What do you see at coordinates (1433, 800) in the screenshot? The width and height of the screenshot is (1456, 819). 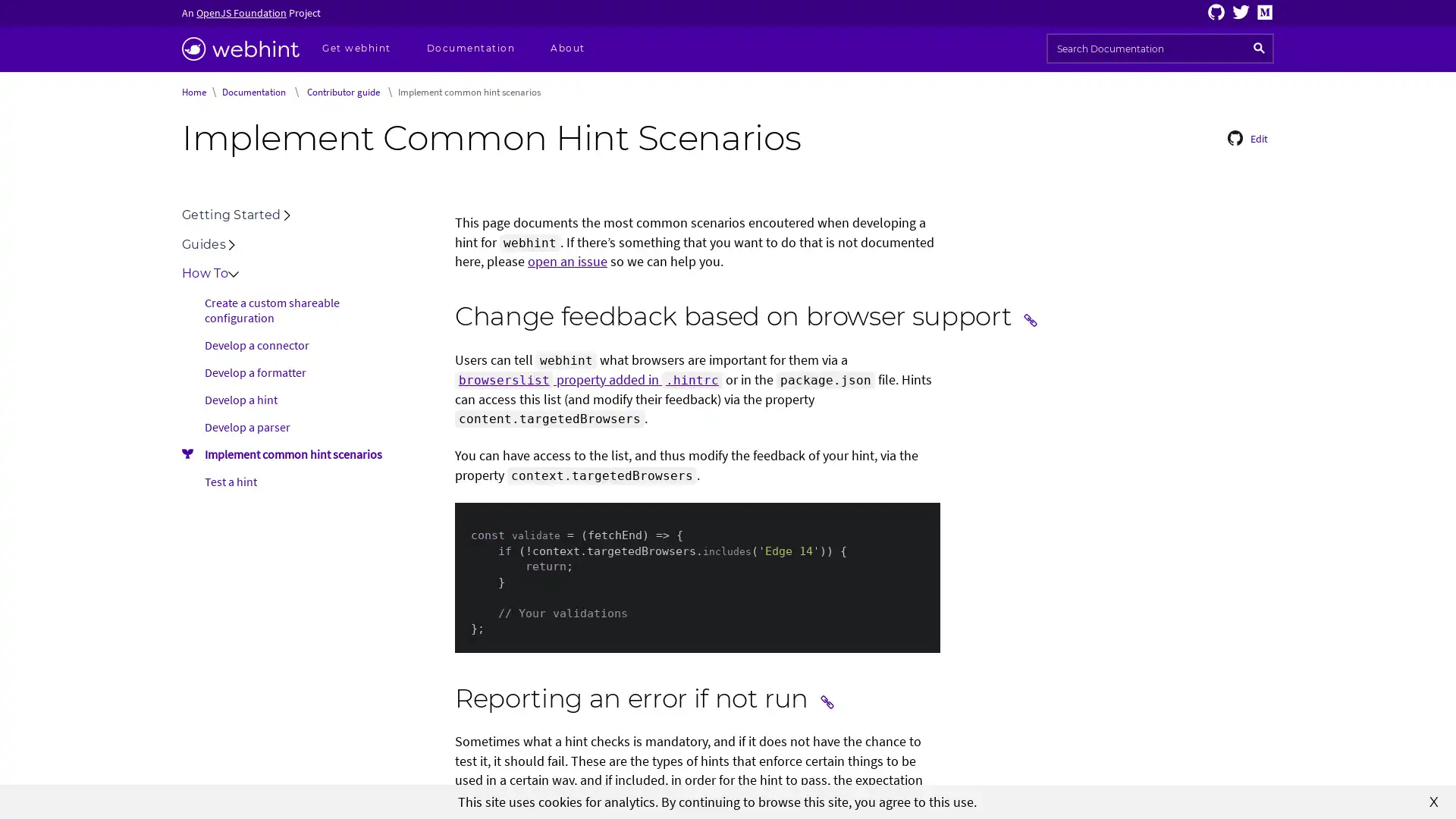 I see `close` at bounding box center [1433, 800].